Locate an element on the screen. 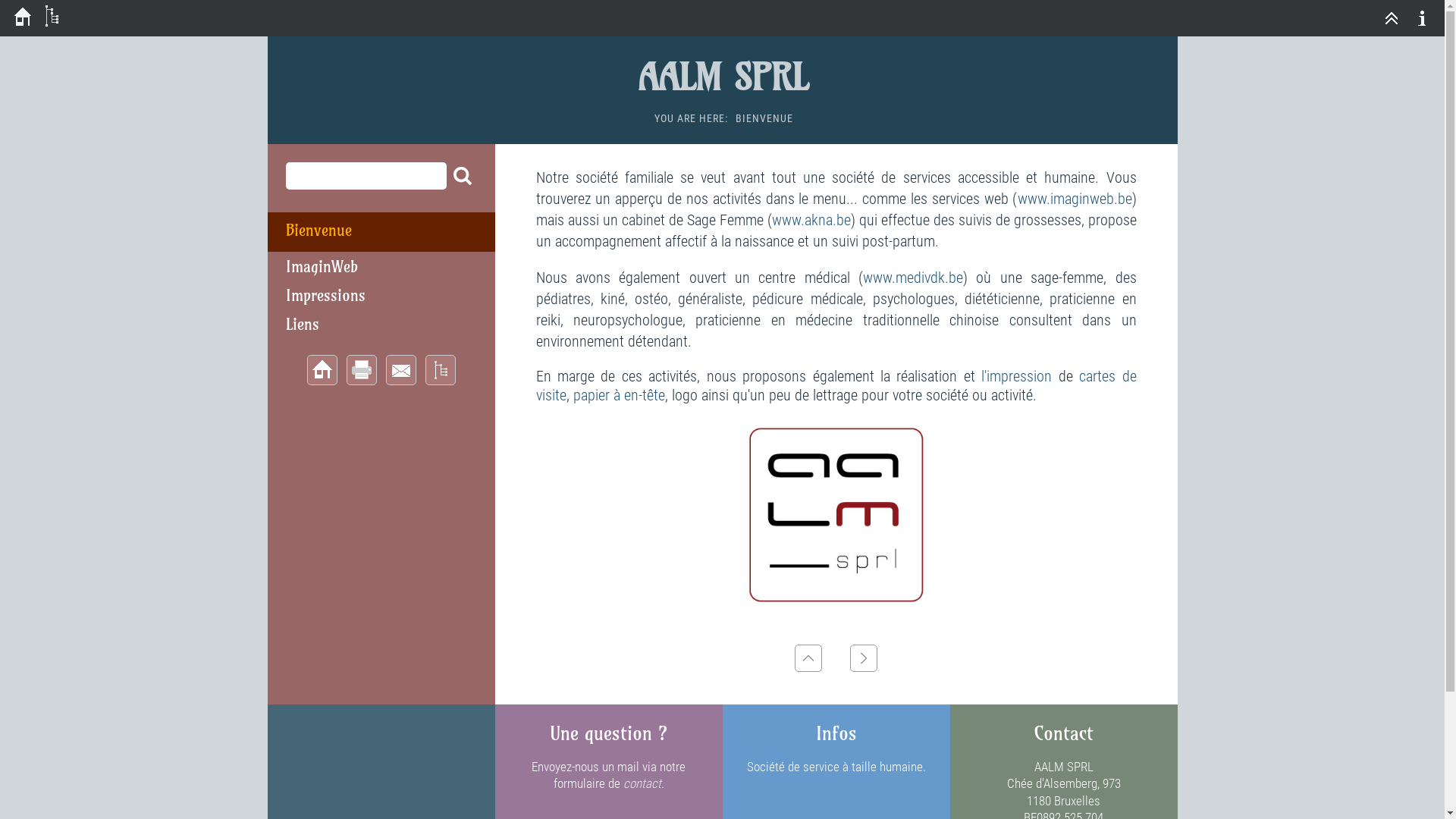  'contact' is located at coordinates (642, 783).